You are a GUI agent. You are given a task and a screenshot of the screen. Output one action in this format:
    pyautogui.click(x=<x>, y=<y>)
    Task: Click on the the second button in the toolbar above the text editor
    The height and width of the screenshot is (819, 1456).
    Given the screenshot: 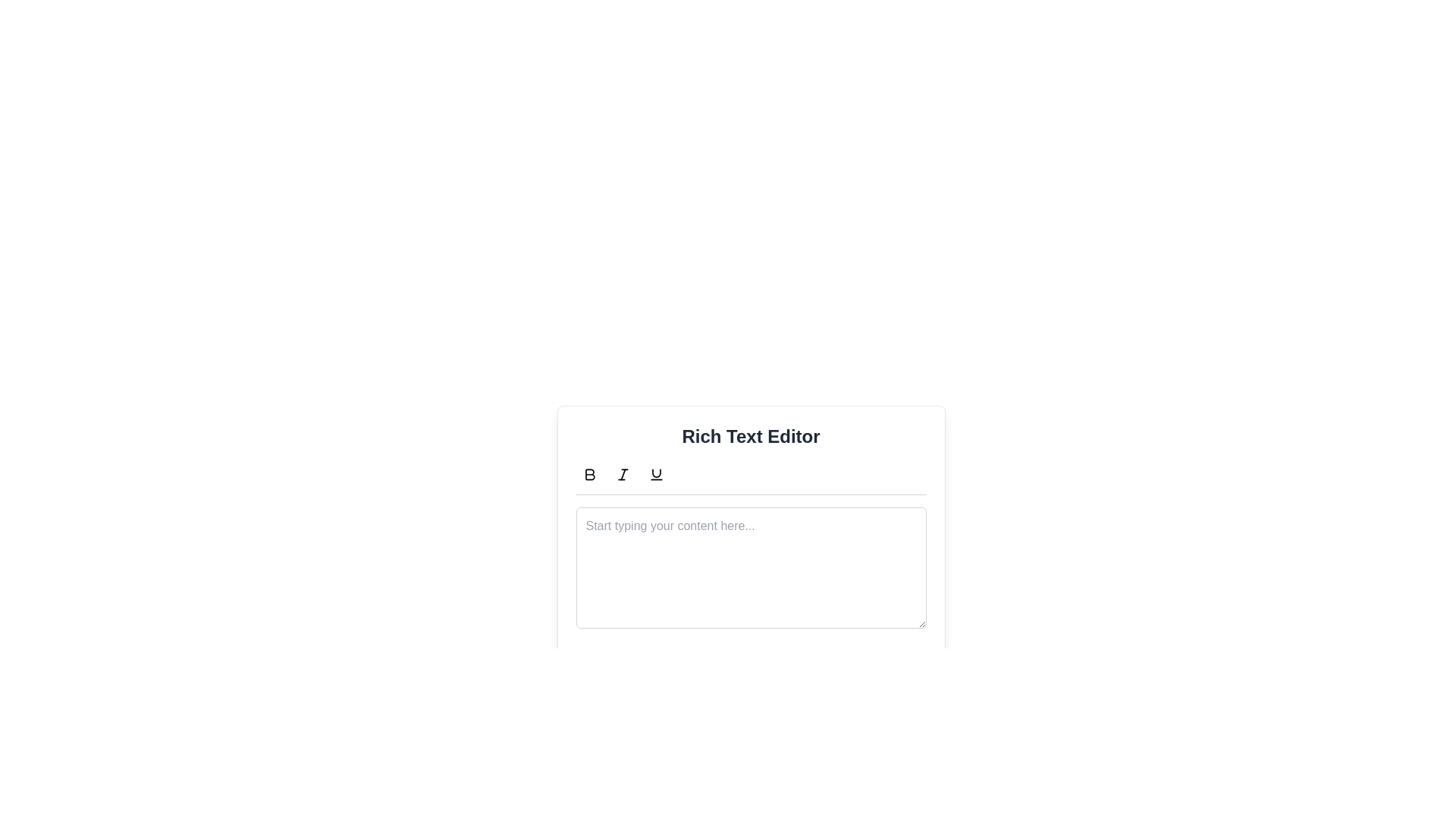 What is the action you would take?
    pyautogui.click(x=623, y=473)
    